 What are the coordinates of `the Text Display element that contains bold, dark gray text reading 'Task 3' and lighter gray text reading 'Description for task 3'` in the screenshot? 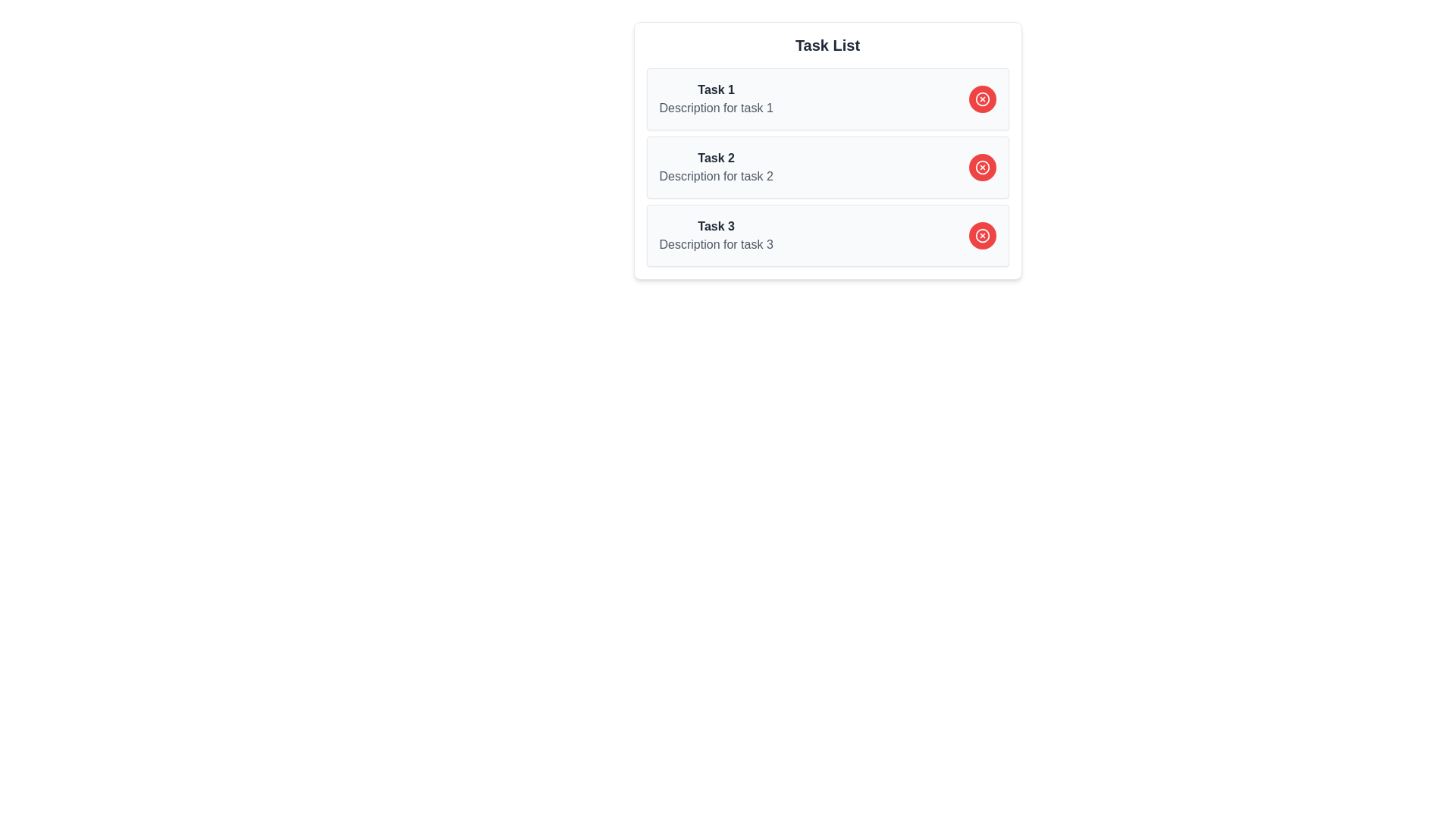 It's located at (715, 236).